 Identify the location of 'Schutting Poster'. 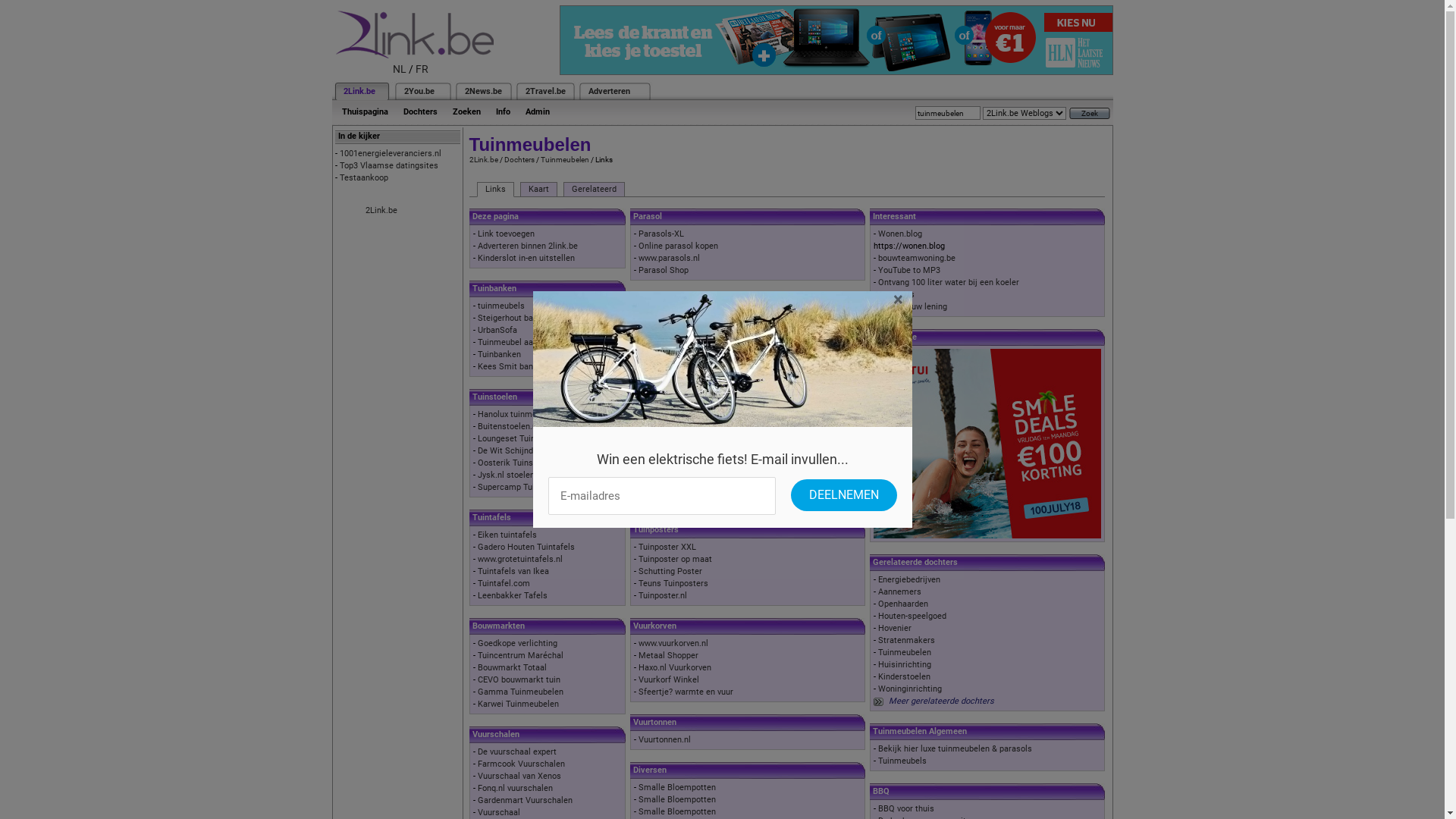
(669, 571).